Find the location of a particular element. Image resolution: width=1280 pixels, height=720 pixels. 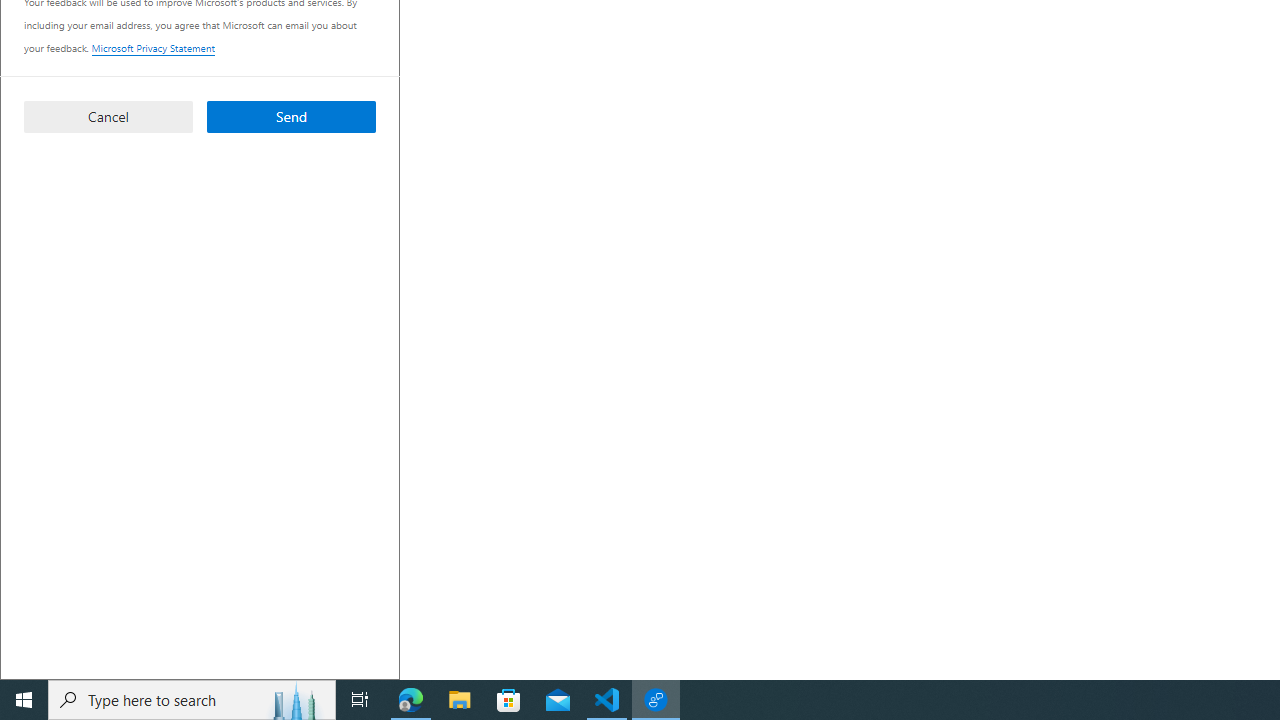

'Cancel' is located at coordinates (107, 116).